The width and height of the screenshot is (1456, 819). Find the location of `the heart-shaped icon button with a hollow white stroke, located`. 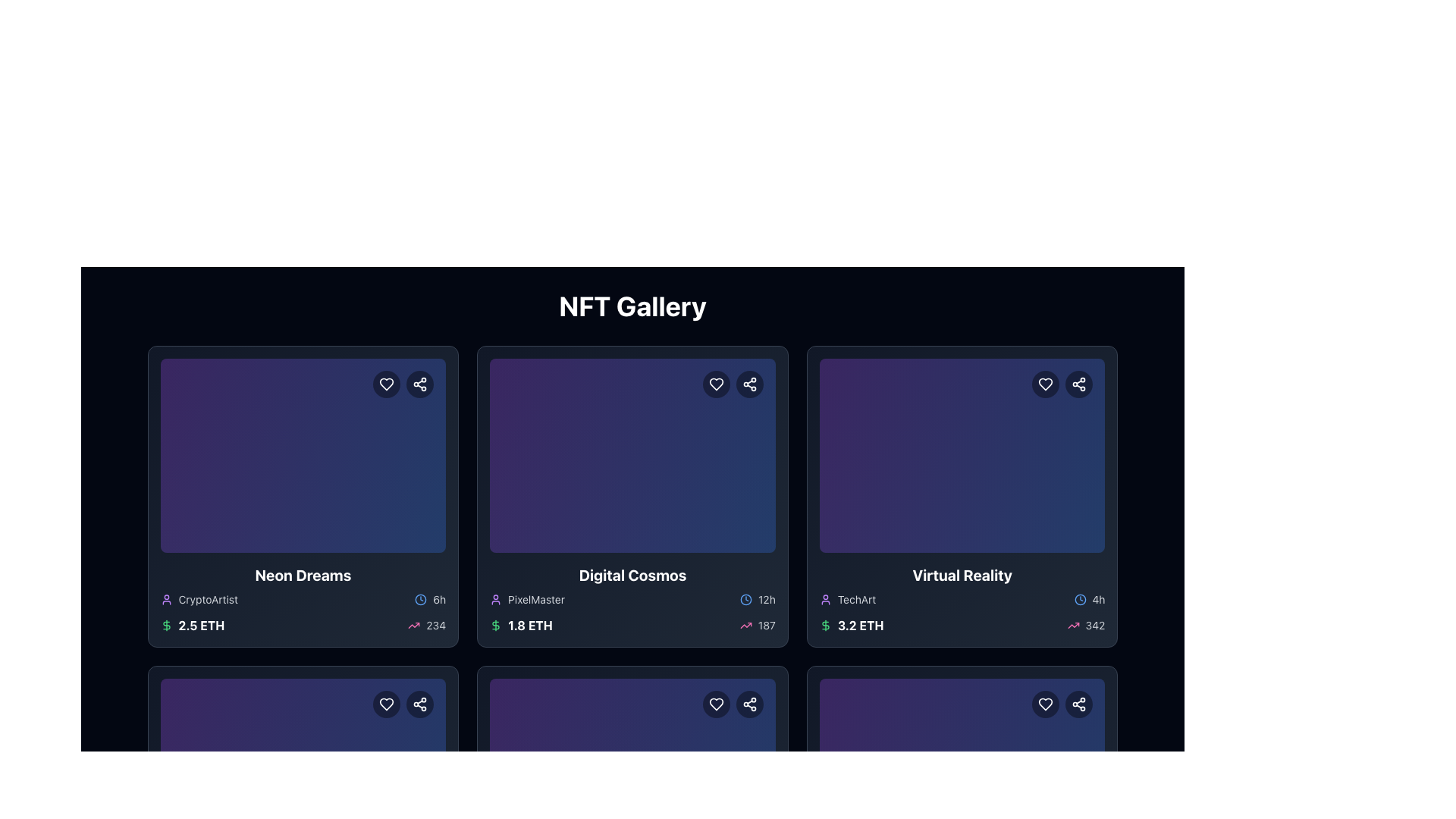

the heart-shaped icon button with a hollow white stroke, located is located at coordinates (387, 704).